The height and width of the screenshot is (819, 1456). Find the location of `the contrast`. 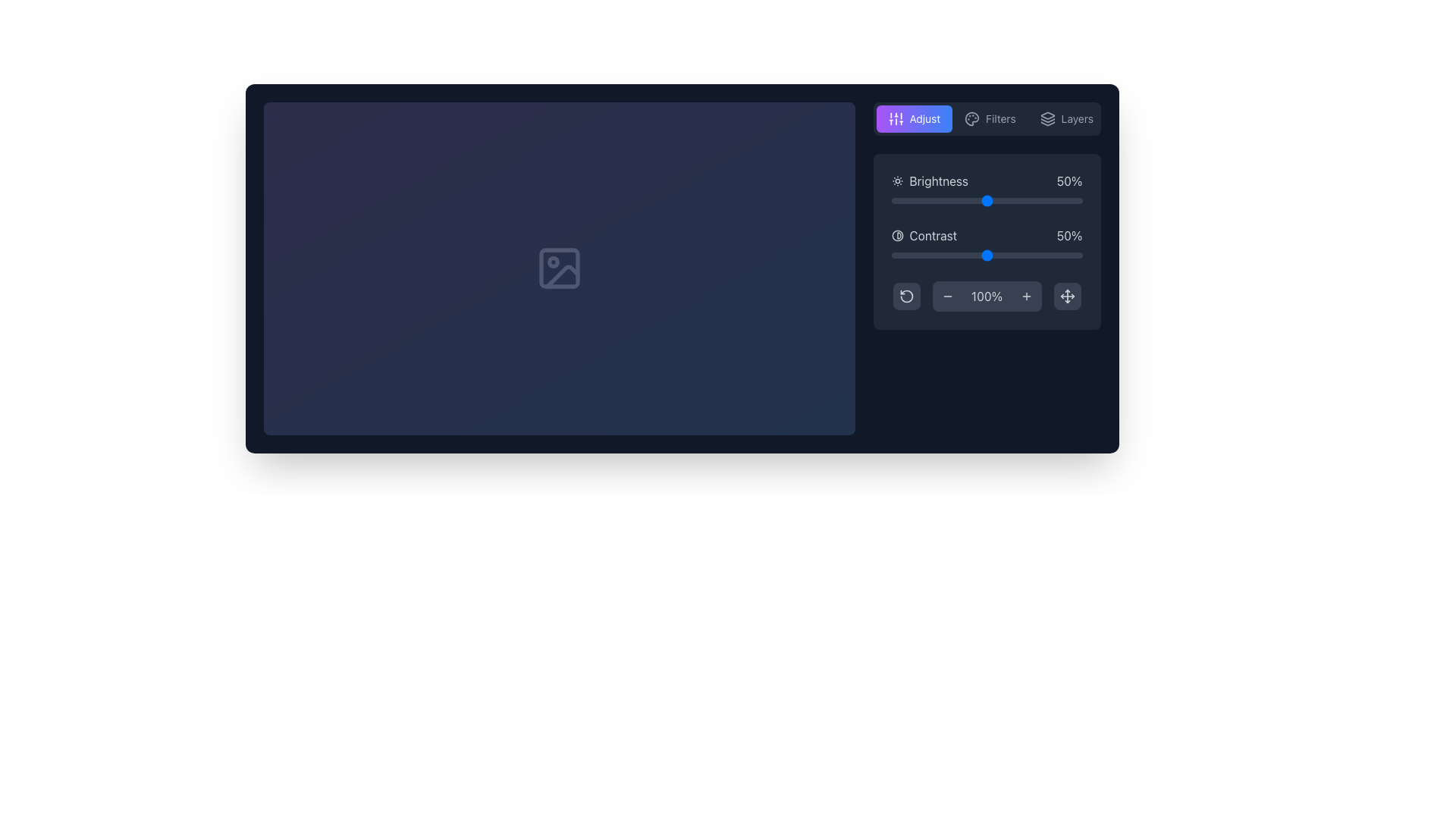

the contrast is located at coordinates (913, 254).